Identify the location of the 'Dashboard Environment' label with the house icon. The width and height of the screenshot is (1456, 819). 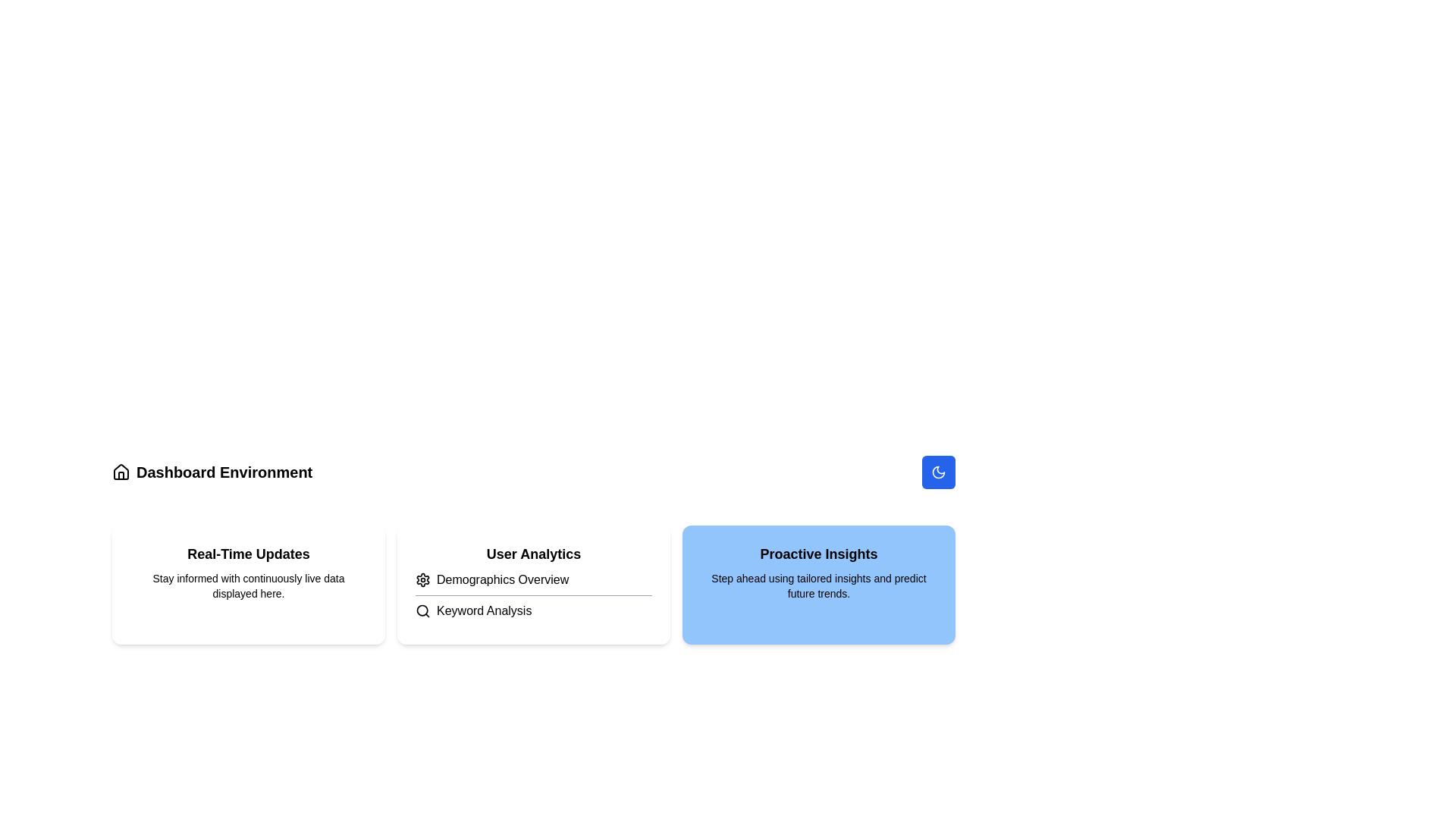
(212, 472).